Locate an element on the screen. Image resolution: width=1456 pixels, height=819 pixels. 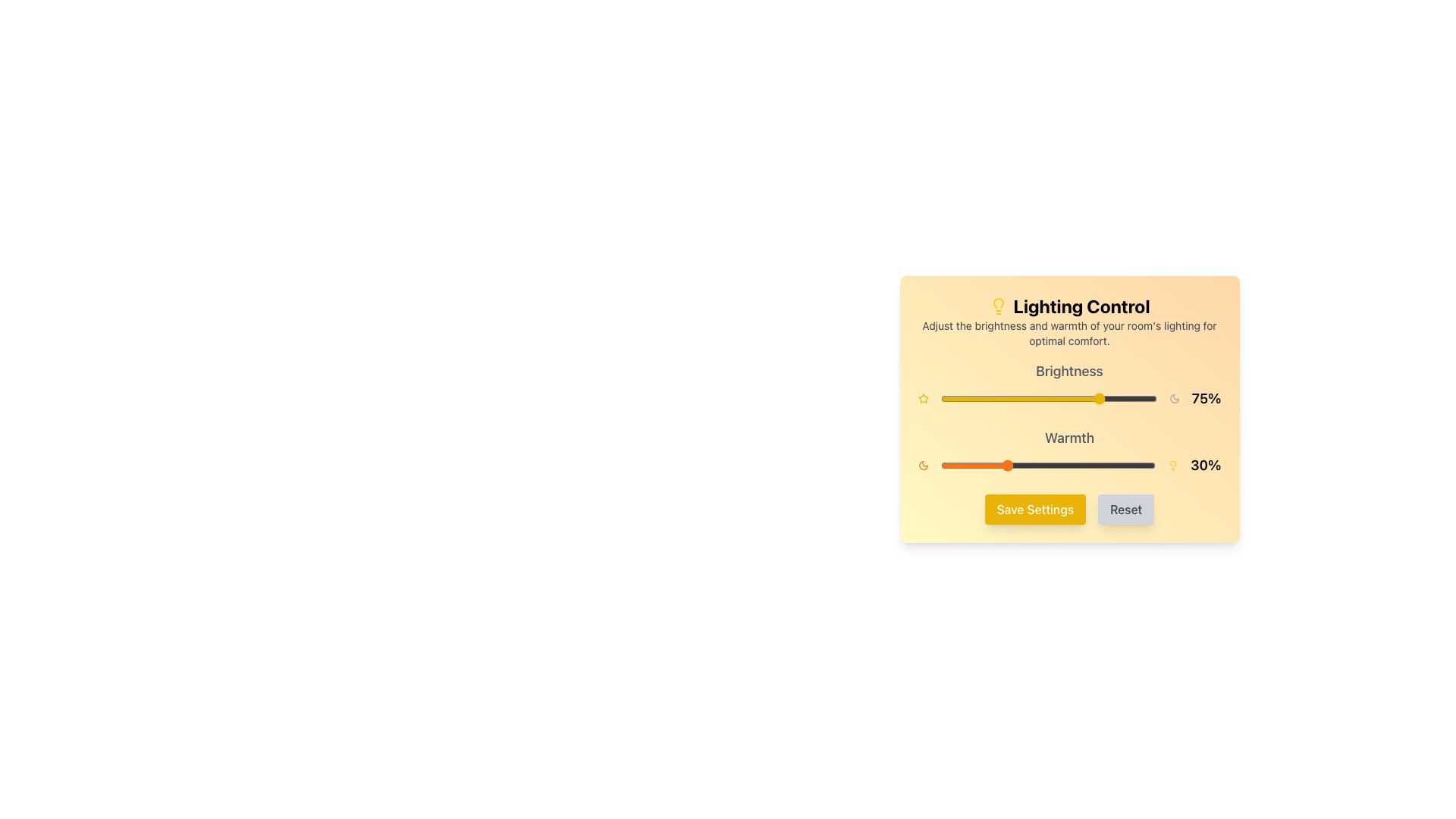
the brightness is located at coordinates (1105, 397).